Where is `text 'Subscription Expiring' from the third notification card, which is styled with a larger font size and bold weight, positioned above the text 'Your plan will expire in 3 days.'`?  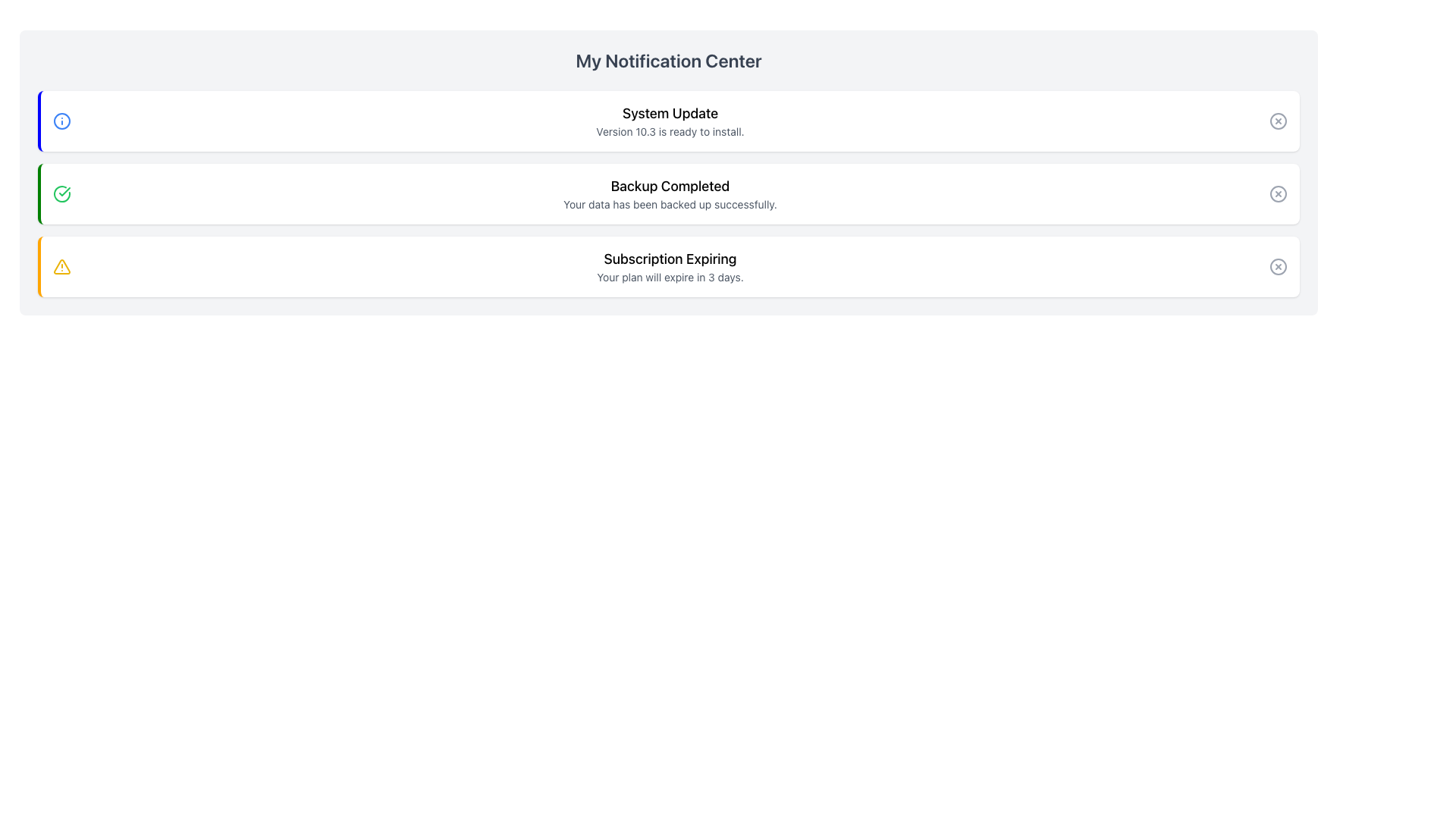
text 'Subscription Expiring' from the third notification card, which is styled with a larger font size and bold weight, positioned above the text 'Your plan will expire in 3 days.' is located at coordinates (669, 259).